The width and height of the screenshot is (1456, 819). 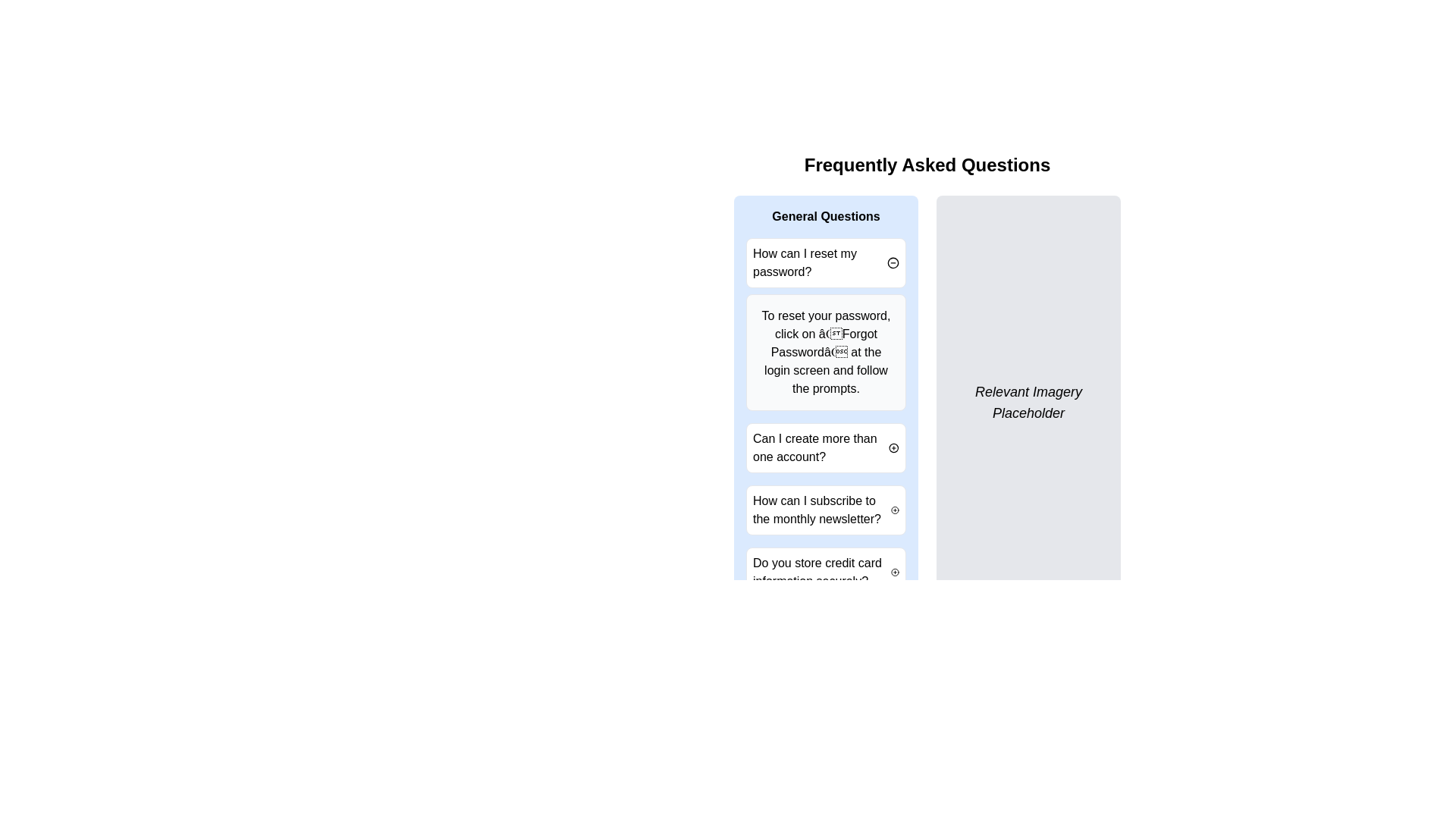 What do you see at coordinates (825, 510) in the screenshot?
I see `the FAQ question 'How can I subscribe to the monthly newsletter?'` at bounding box center [825, 510].